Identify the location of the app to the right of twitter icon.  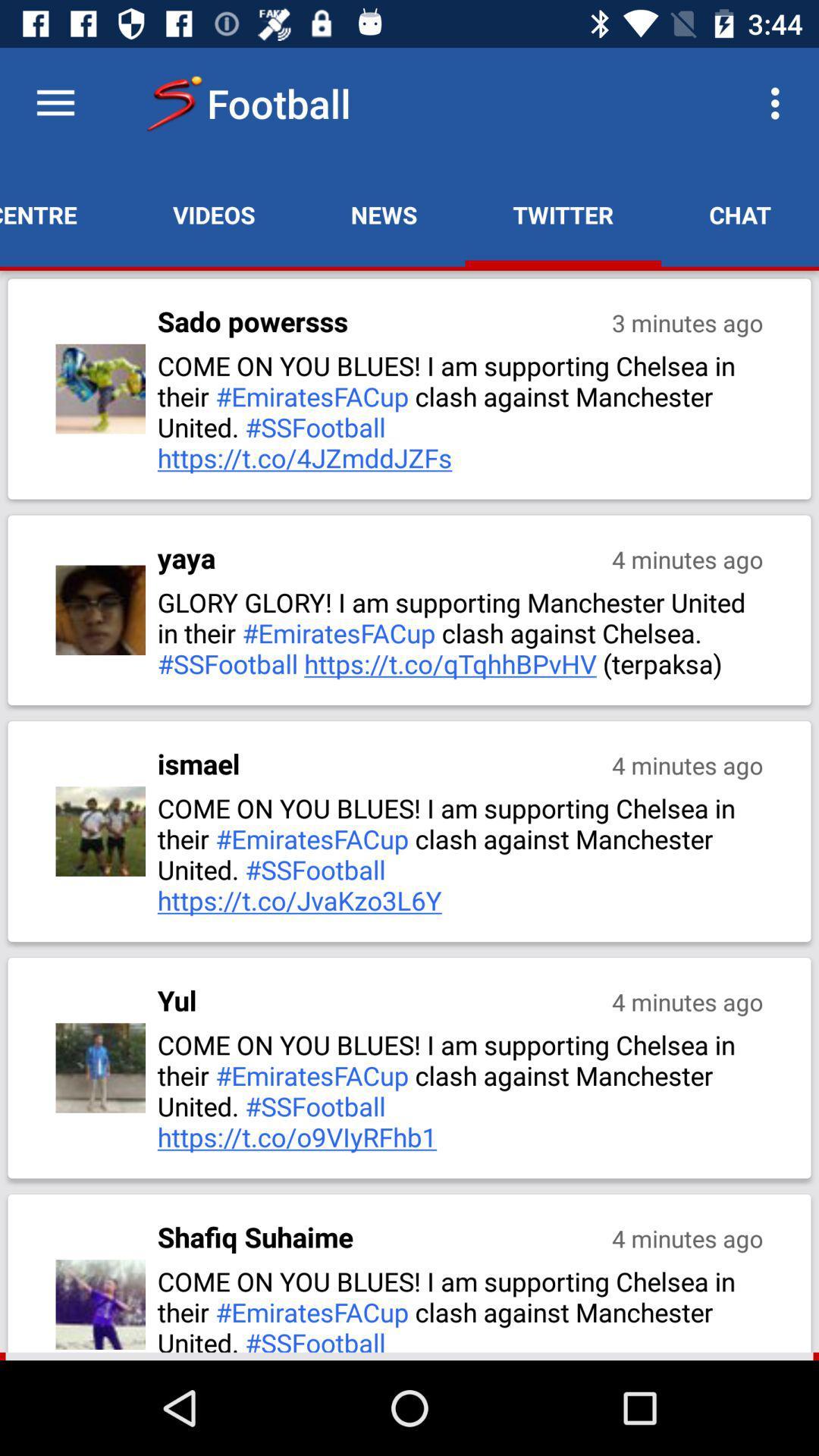
(779, 102).